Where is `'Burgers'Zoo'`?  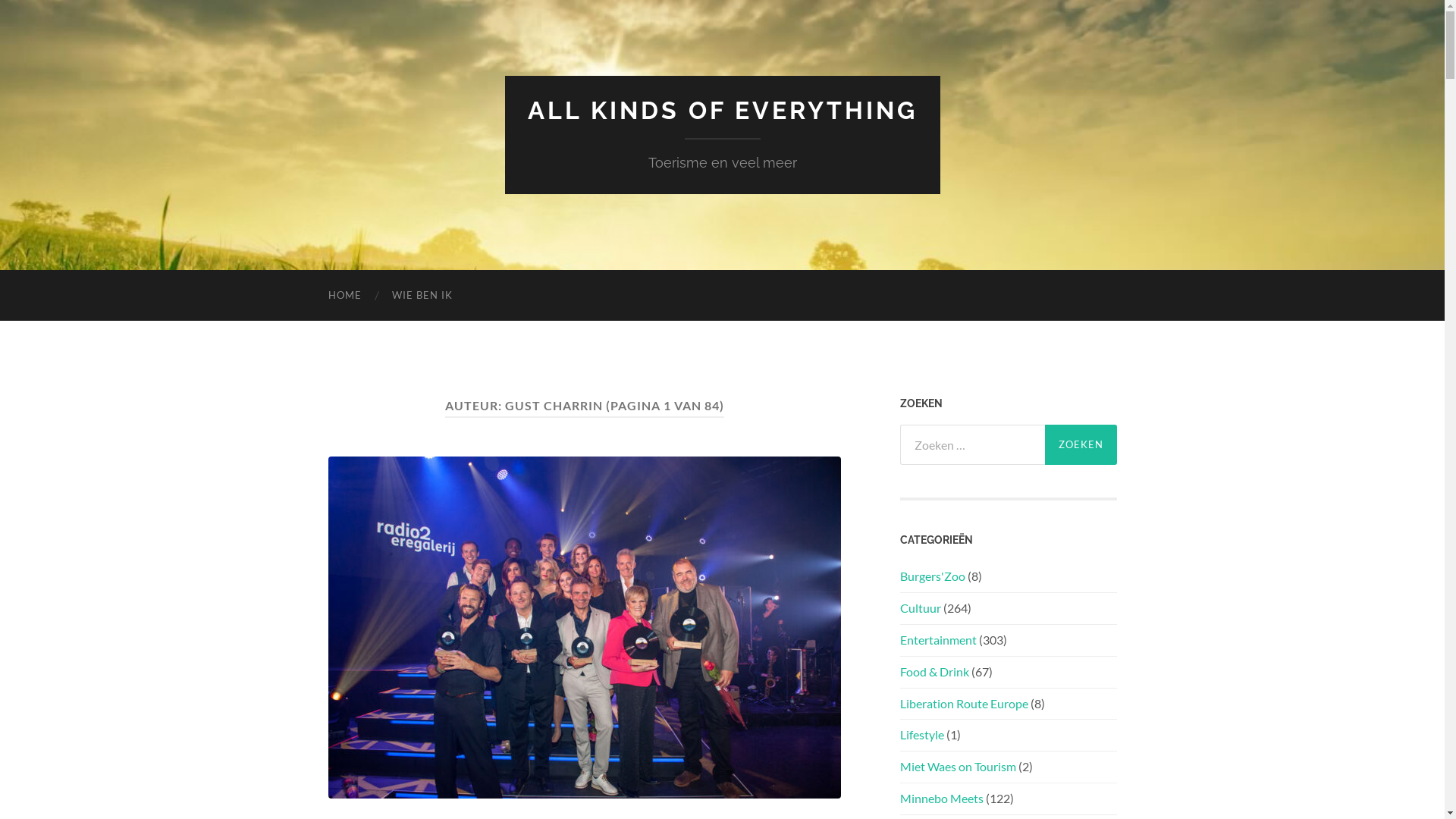
'Burgers'Zoo' is located at coordinates (899, 576).